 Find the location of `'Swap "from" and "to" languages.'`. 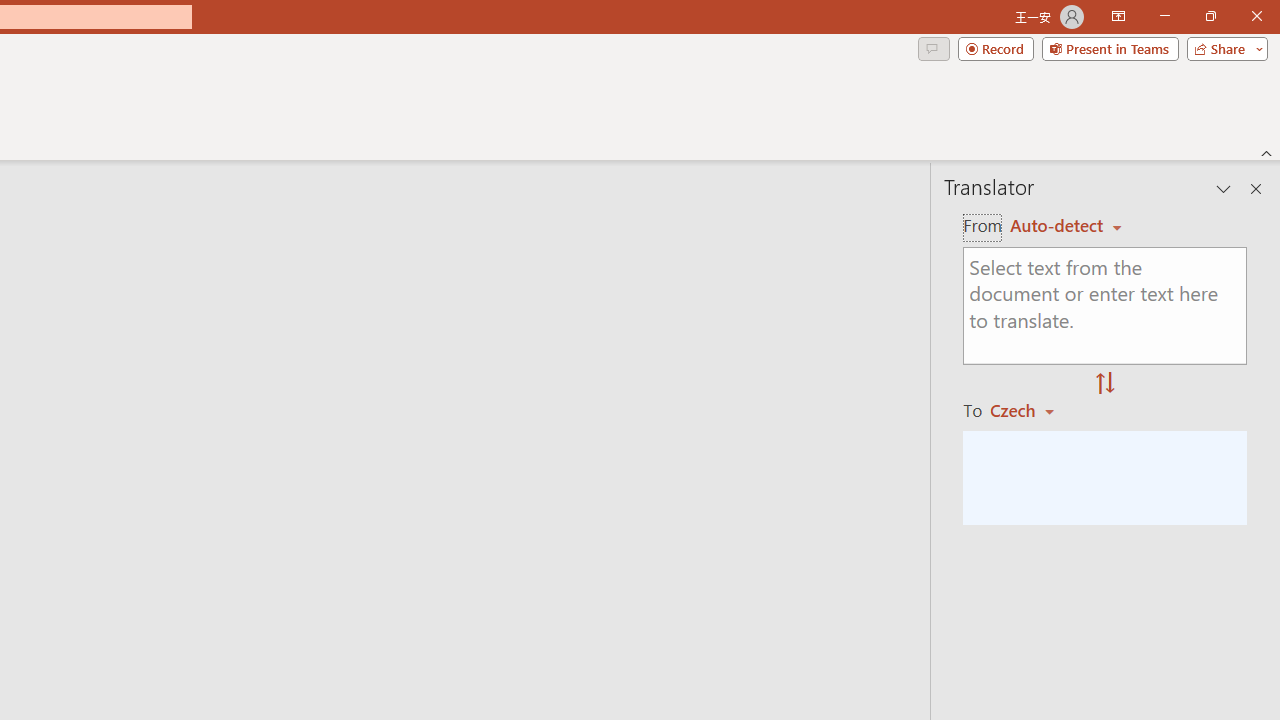

'Swap "from" and "to" languages.' is located at coordinates (1104, 384).